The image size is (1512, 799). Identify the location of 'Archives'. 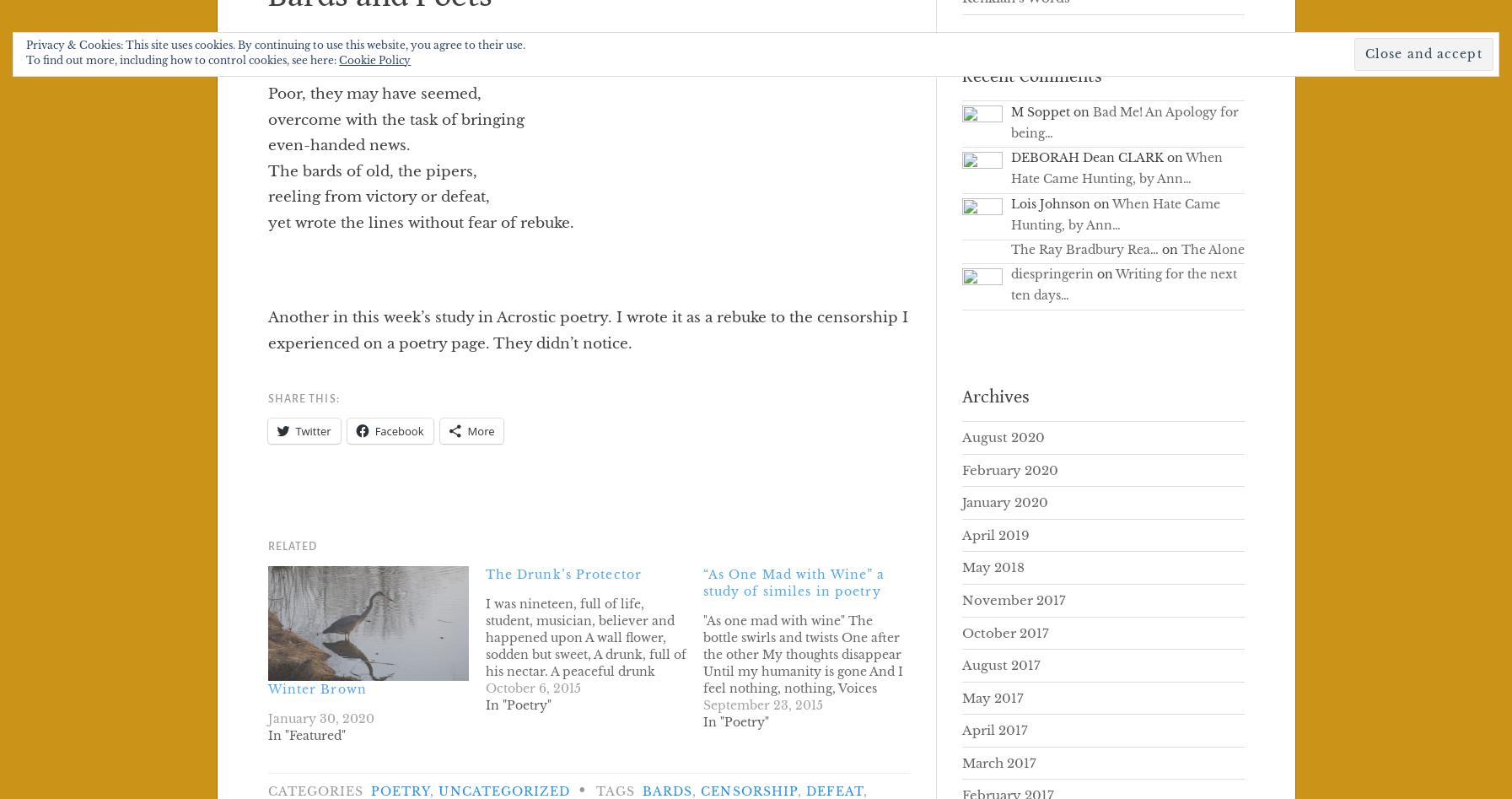
(994, 396).